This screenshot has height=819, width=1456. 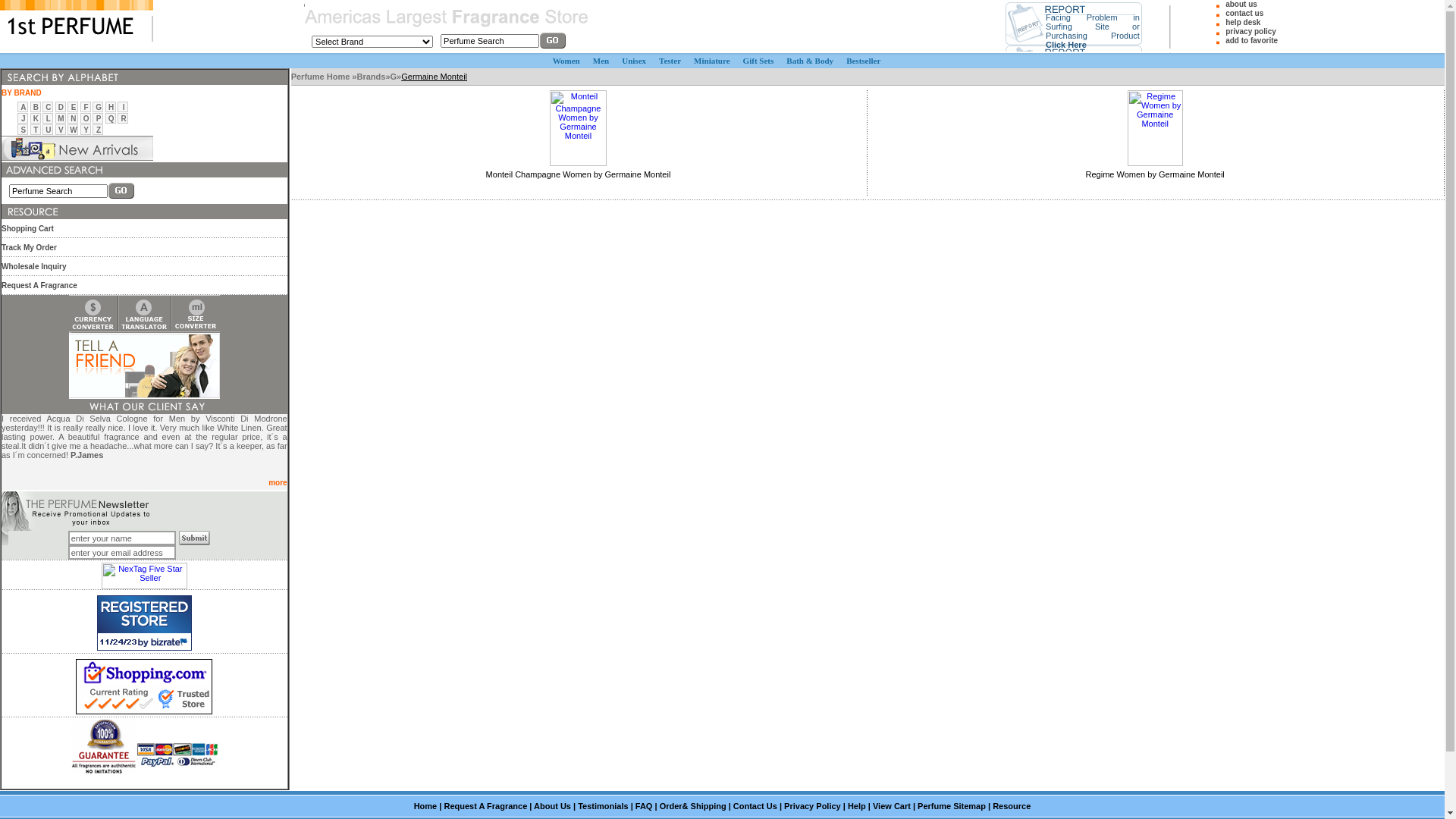 I want to click on 'Contact Us', so click(x=733, y=805).